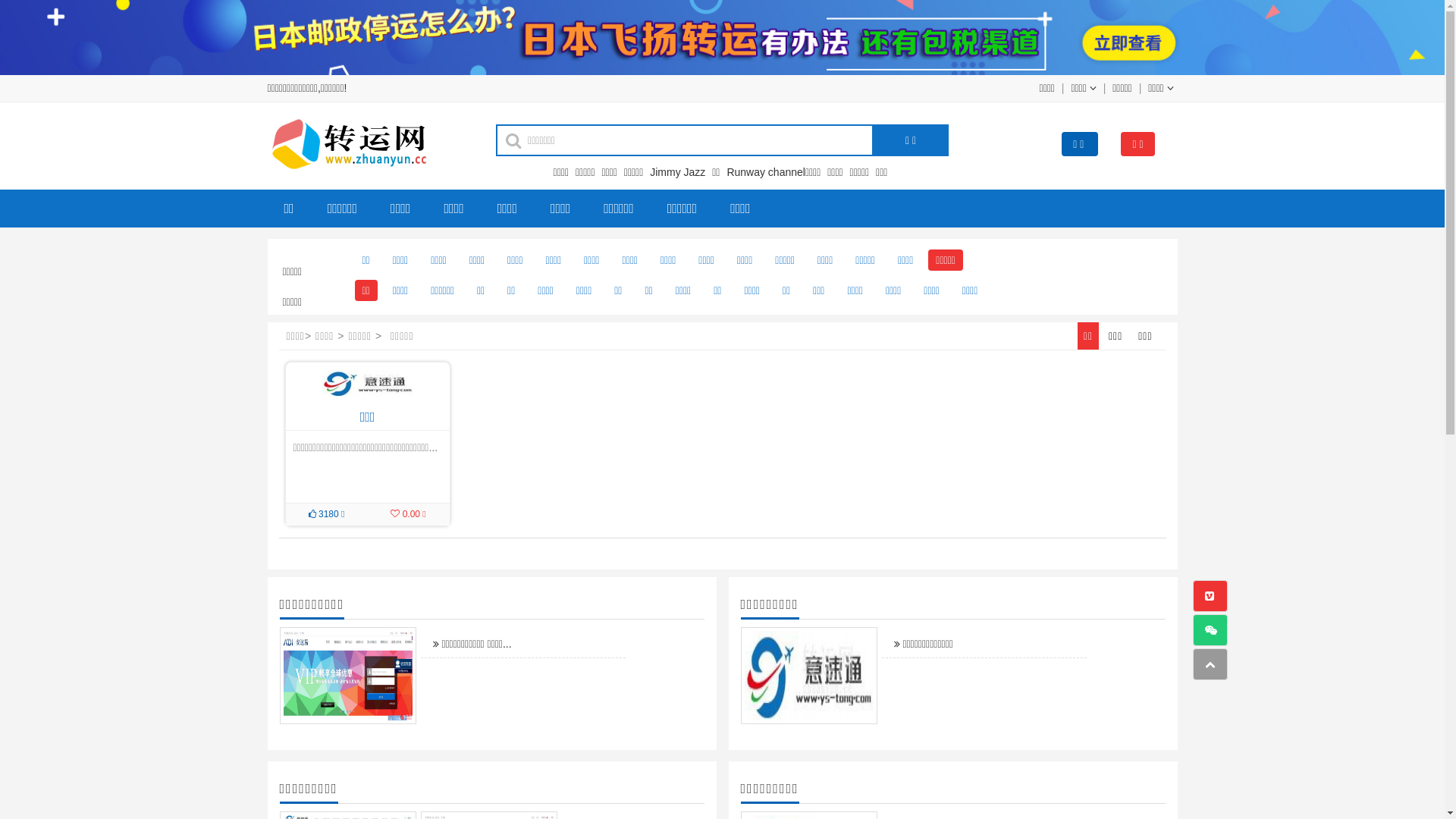 The image size is (1456, 819). Describe the element at coordinates (650, 171) in the screenshot. I see `'Jimmy Jazz'` at that location.